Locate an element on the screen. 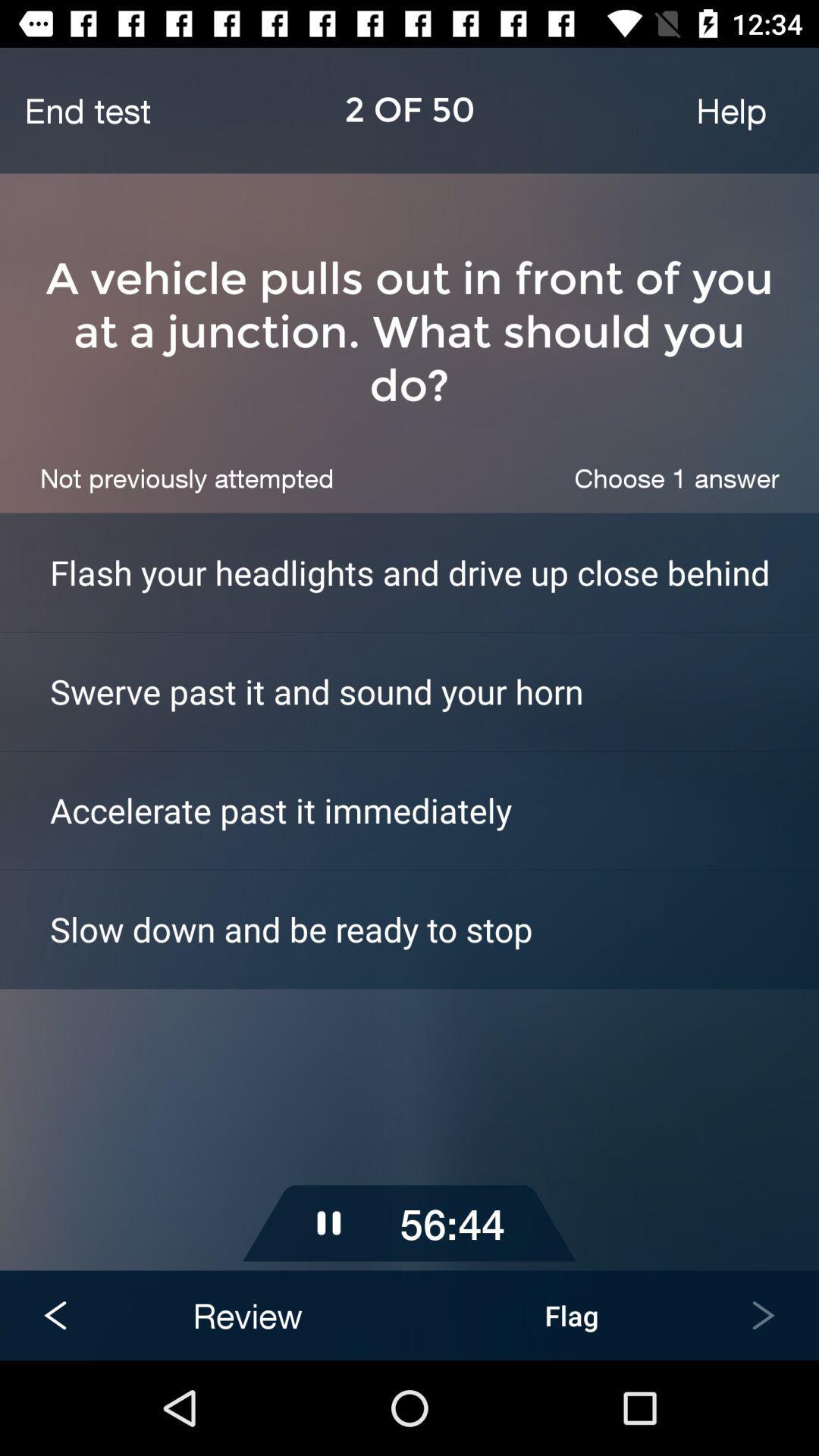 The width and height of the screenshot is (819, 1456). the icon to the right of the review is located at coordinates (571, 1314).